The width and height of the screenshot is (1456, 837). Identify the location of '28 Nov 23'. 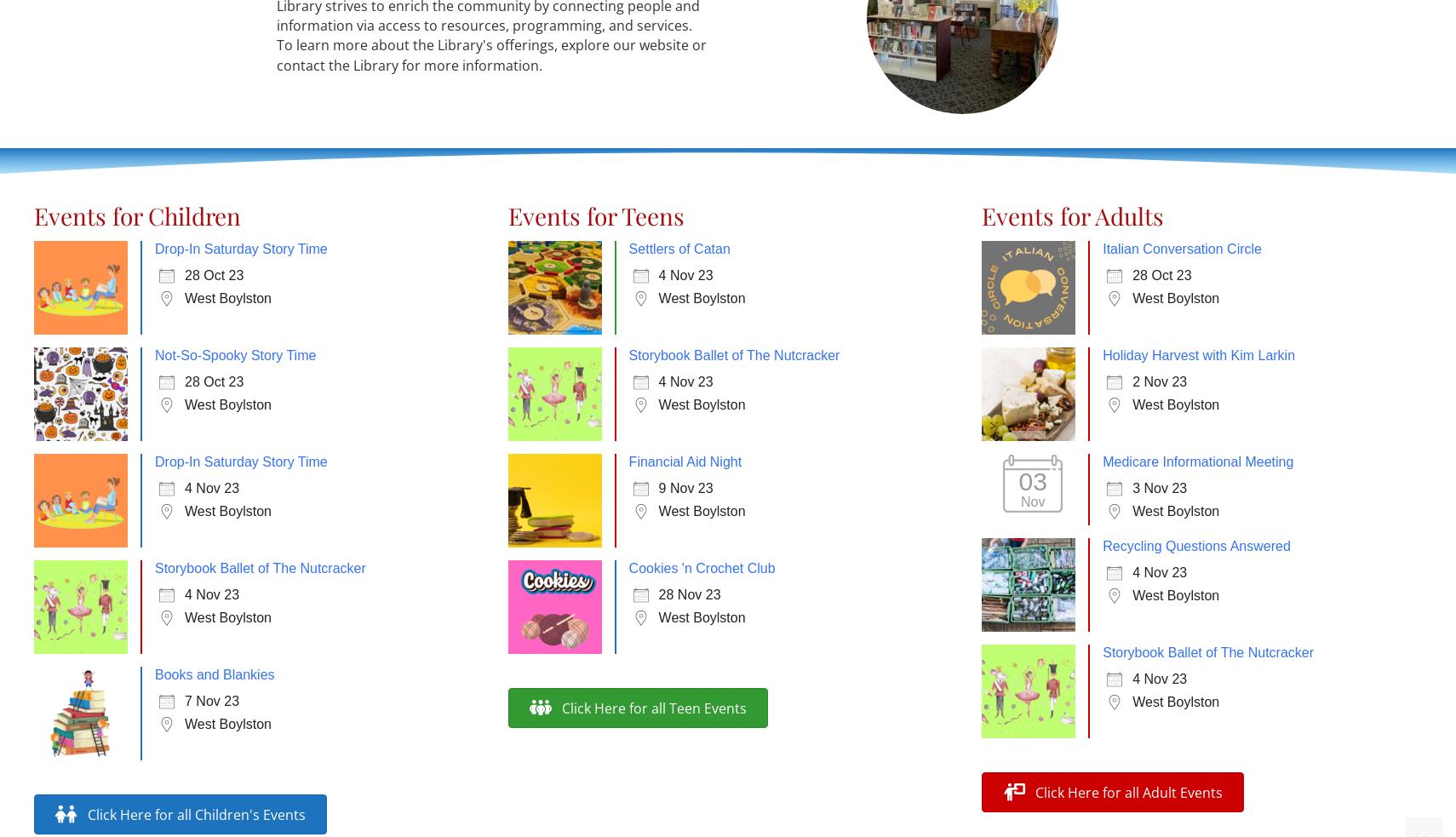
(689, 593).